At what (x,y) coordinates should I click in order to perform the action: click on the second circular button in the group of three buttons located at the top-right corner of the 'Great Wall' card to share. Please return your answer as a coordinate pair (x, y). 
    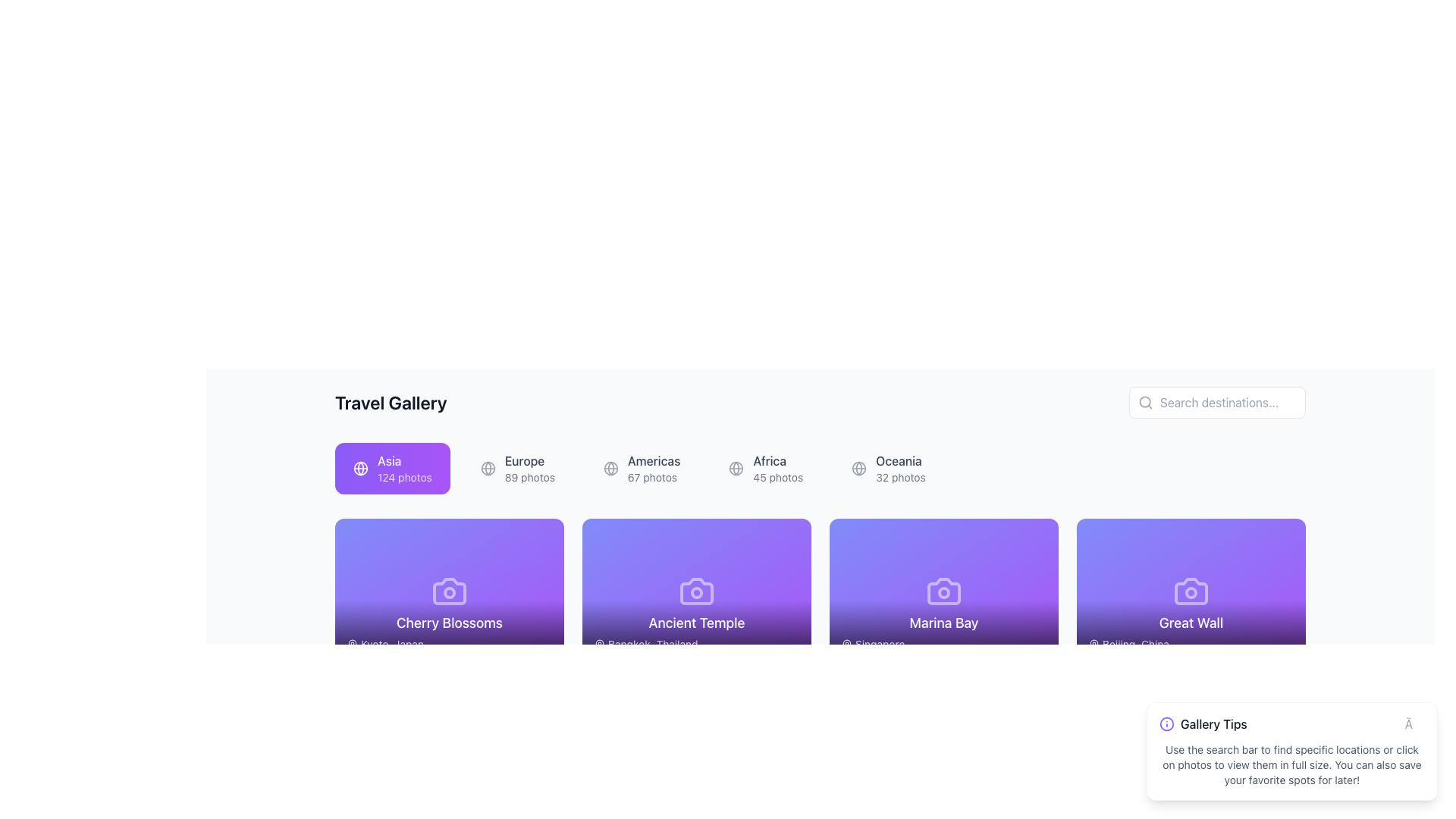
    Looking at the image, I should click on (1248, 543).